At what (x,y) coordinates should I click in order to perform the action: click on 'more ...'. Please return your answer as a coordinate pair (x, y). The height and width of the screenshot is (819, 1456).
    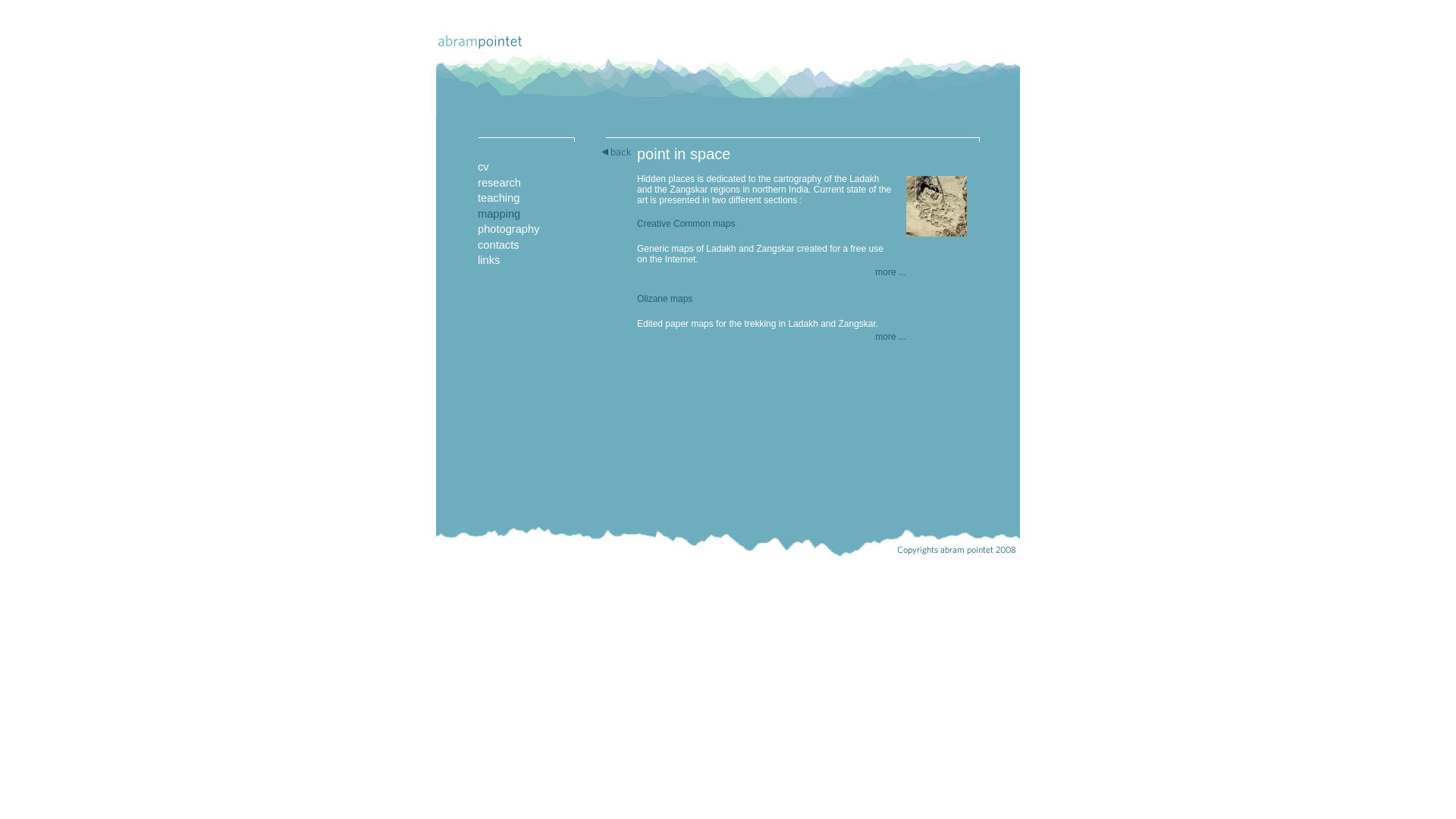
    Looking at the image, I should click on (890, 271).